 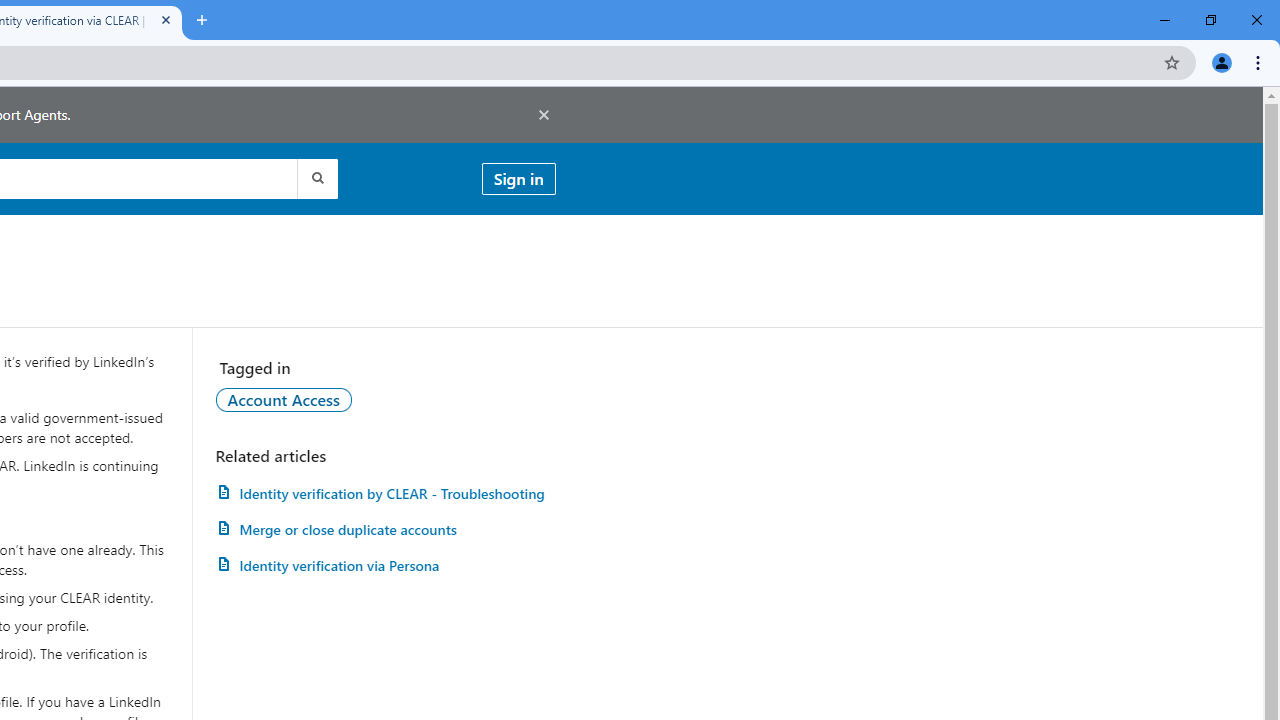 What do you see at coordinates (282, 399) in the screenshot?
I see `'Account Access'` at bounding box center [282, 399].